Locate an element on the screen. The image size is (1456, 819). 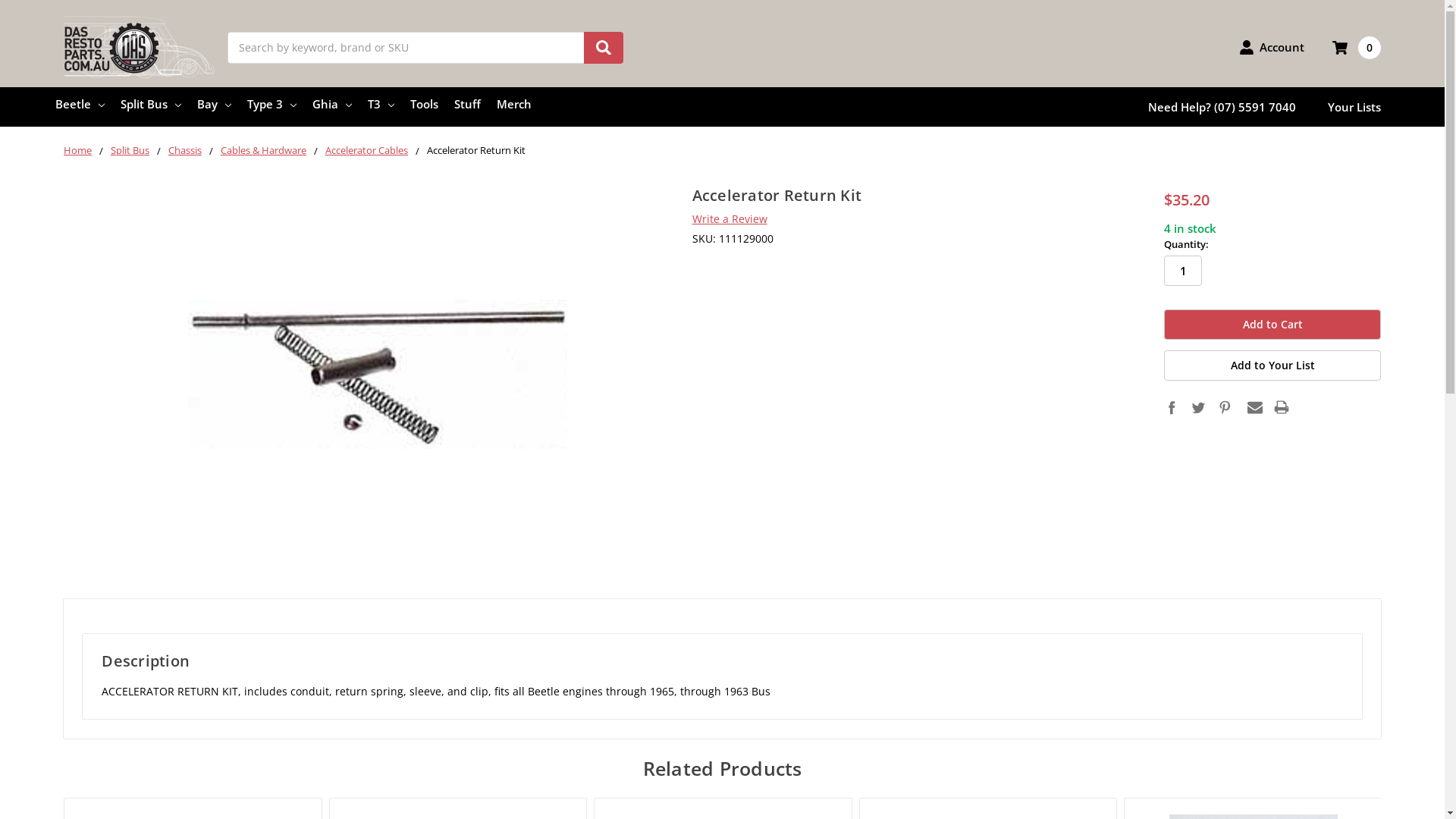
'Add to Your List' is located at coordinates (1272, 366).